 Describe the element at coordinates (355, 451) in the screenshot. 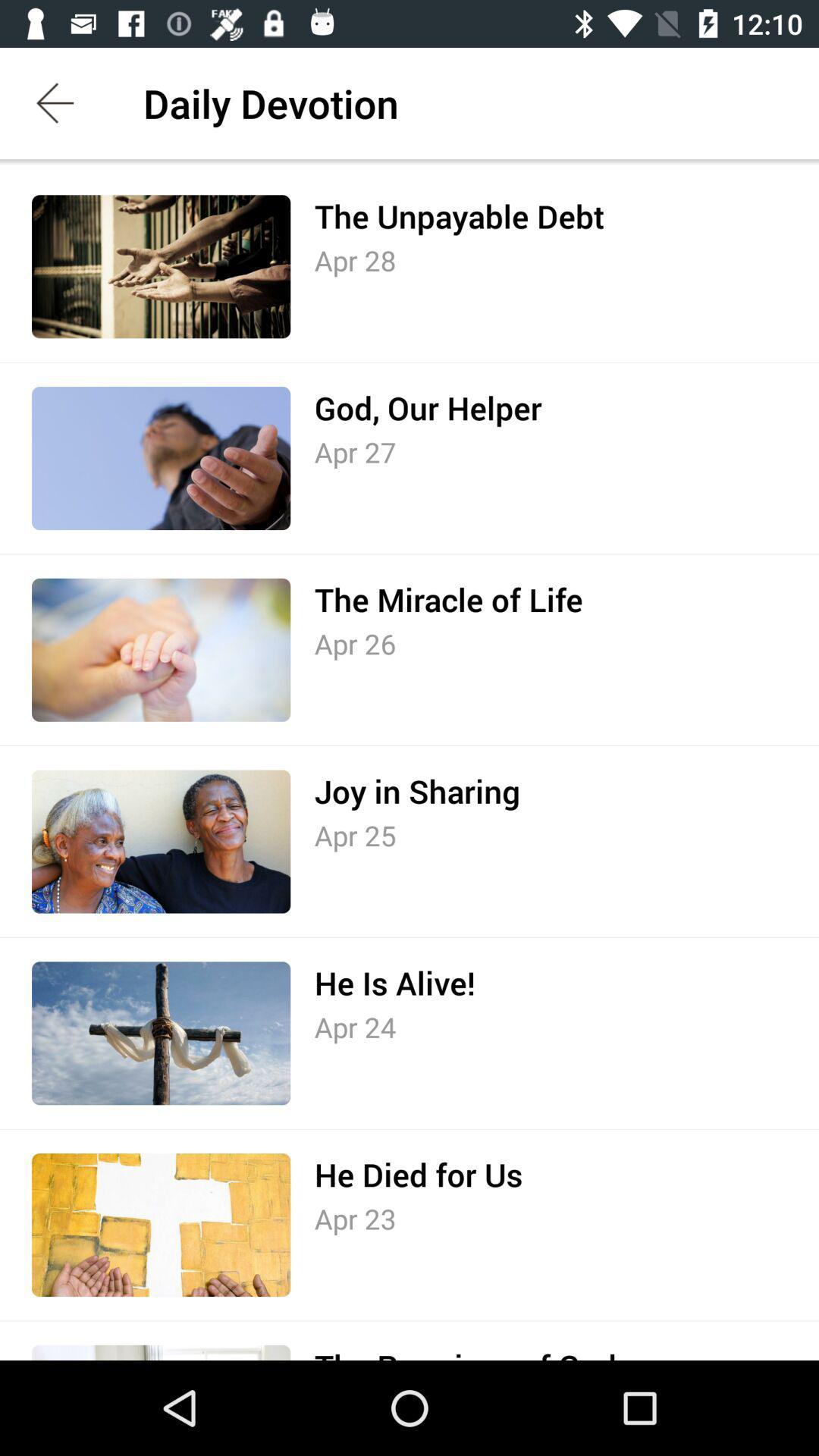

I see `the icon below god, our helper` at that location.